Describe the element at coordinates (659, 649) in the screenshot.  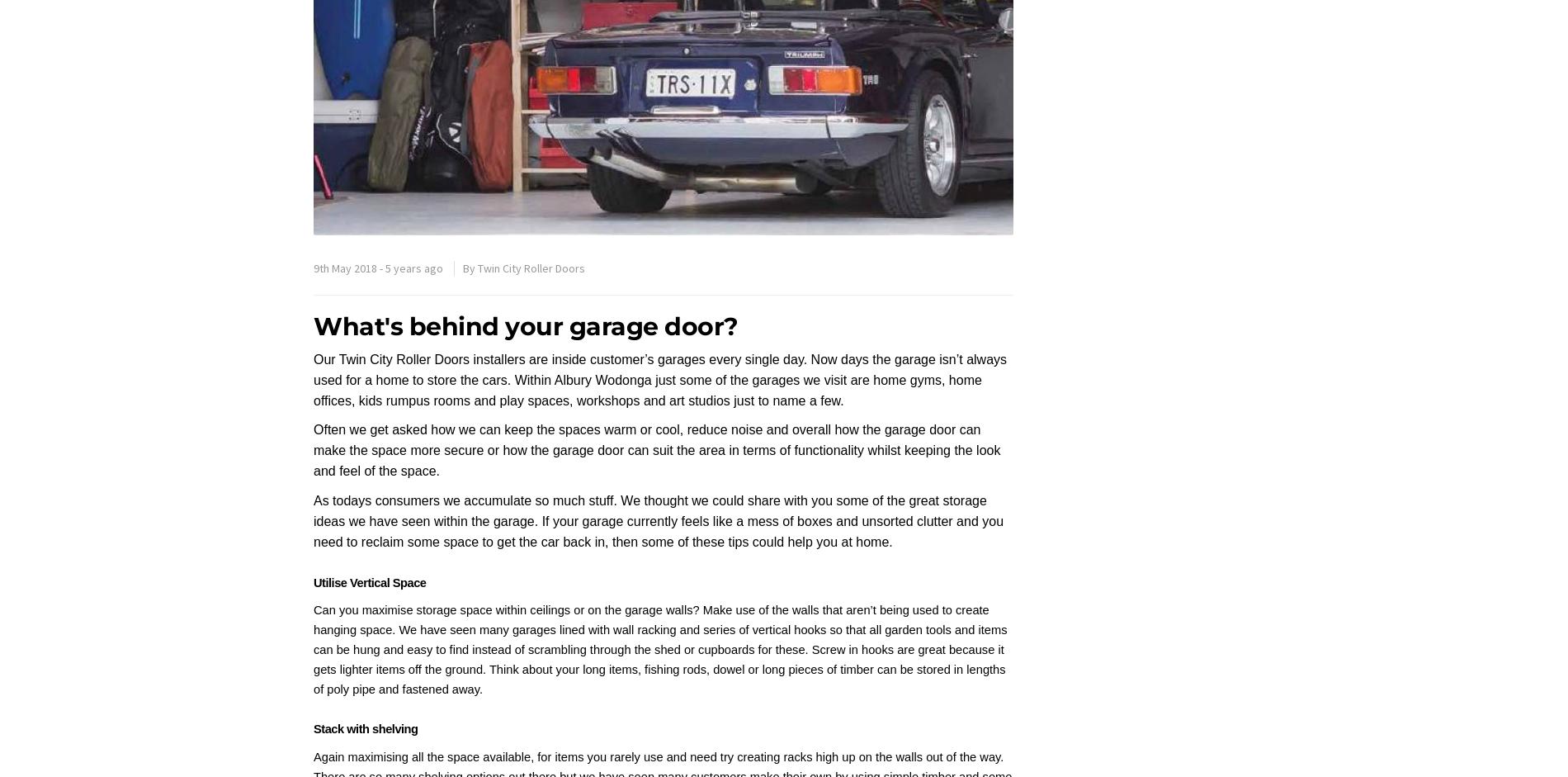
I see `'Can you maximise storage space within ceilings or on the garage walls? Make use of the walls that aren’t being used to create hanging space. We have seen many garages lined with wall racking and series of vertical hooks so that all garden tools and items can be hung and easy to find instead of scrambling through the shed or cupboards for these. Screw in hooks are great because it gets lighter items off the ground. Think about your long items, fishing rods, dowel or long pieces of timber can be stored in lengths of poly pipe and fastened away.'` at that location.